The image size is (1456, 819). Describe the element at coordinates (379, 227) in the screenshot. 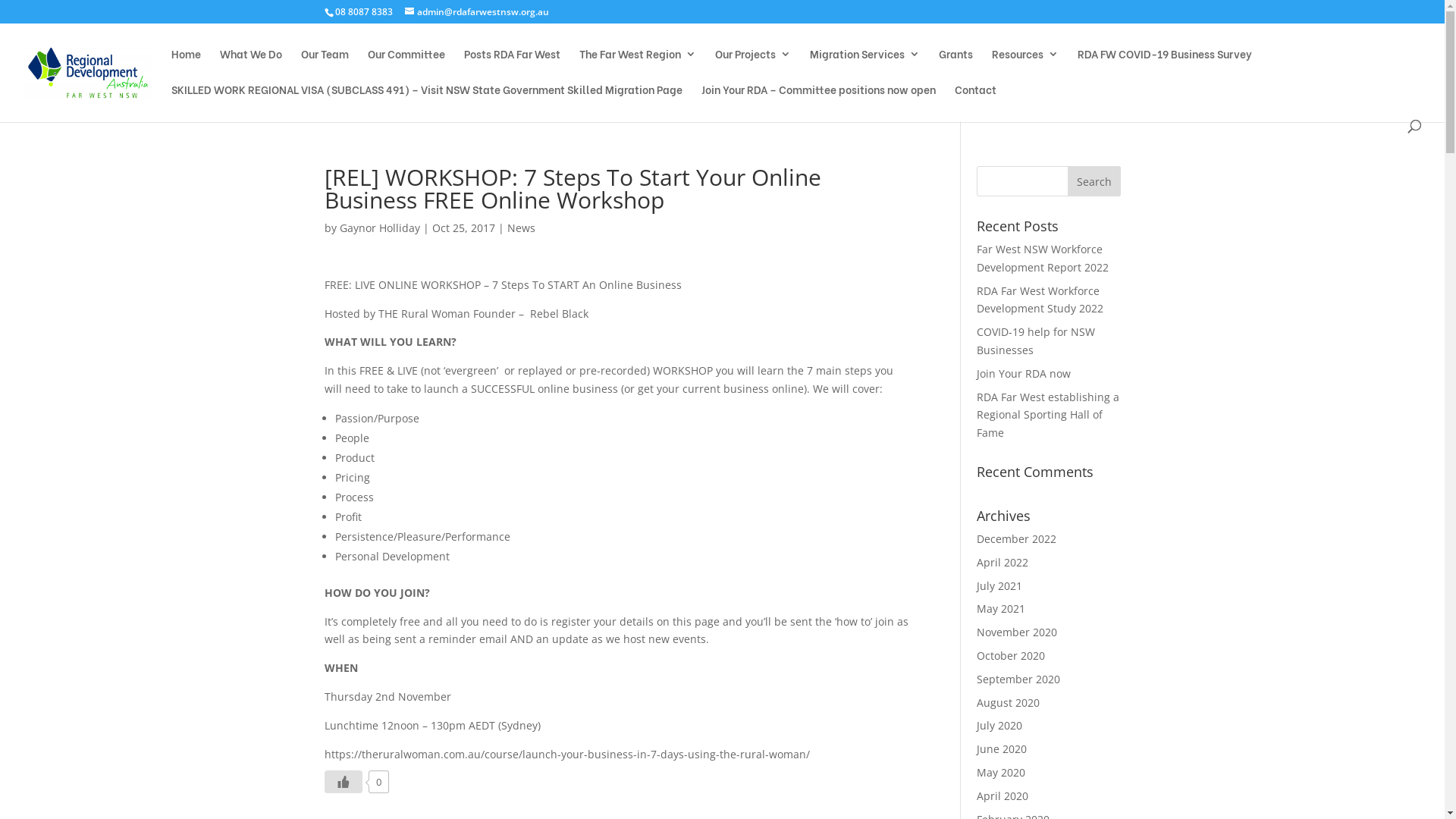

I see `'Gaynor Holliday'` at that location.